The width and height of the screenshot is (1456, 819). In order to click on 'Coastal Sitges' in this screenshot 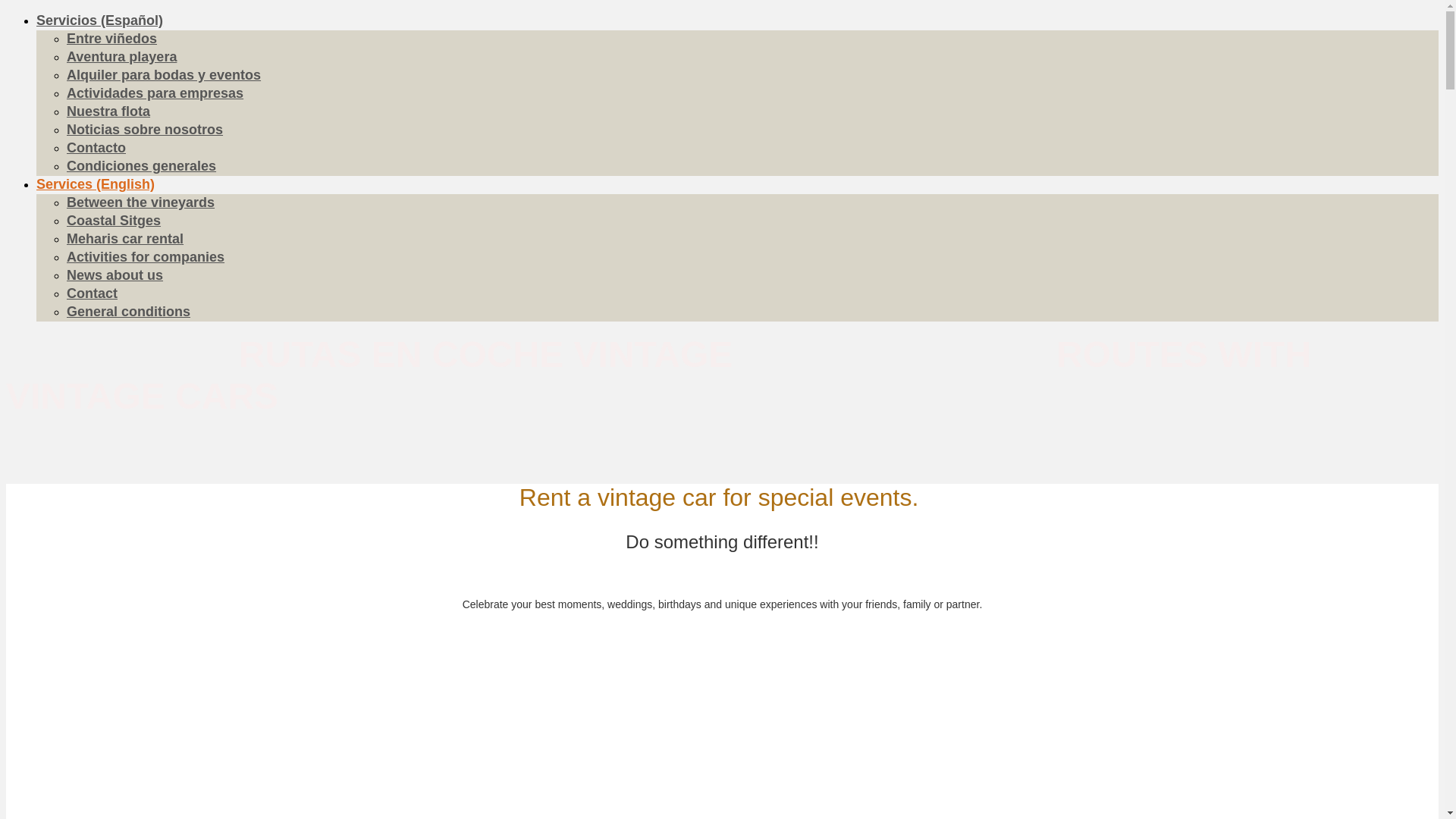, I will do `click(112, 220)`.